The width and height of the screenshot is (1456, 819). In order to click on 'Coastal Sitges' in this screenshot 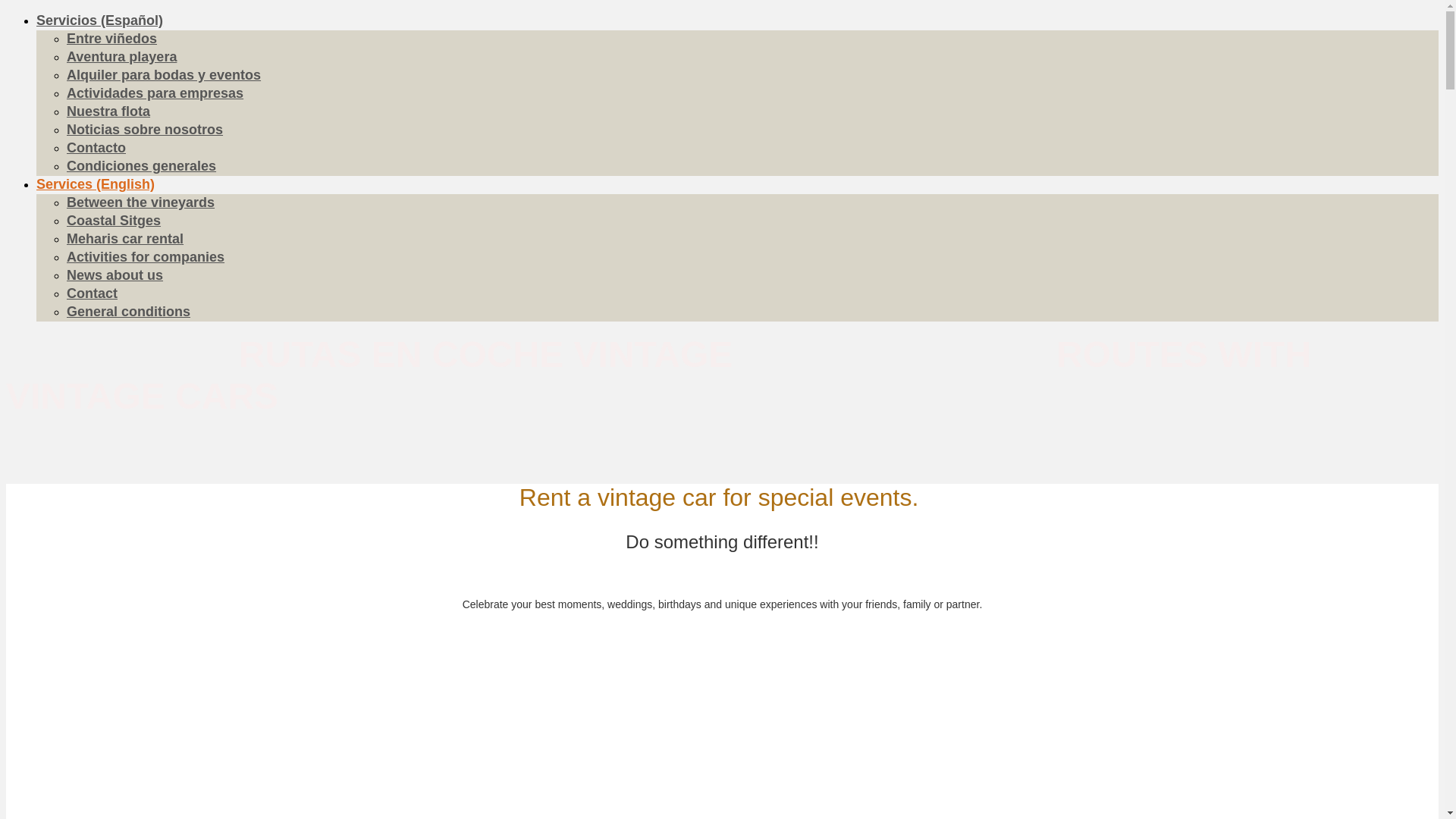, I will do `click(112, 220)`.